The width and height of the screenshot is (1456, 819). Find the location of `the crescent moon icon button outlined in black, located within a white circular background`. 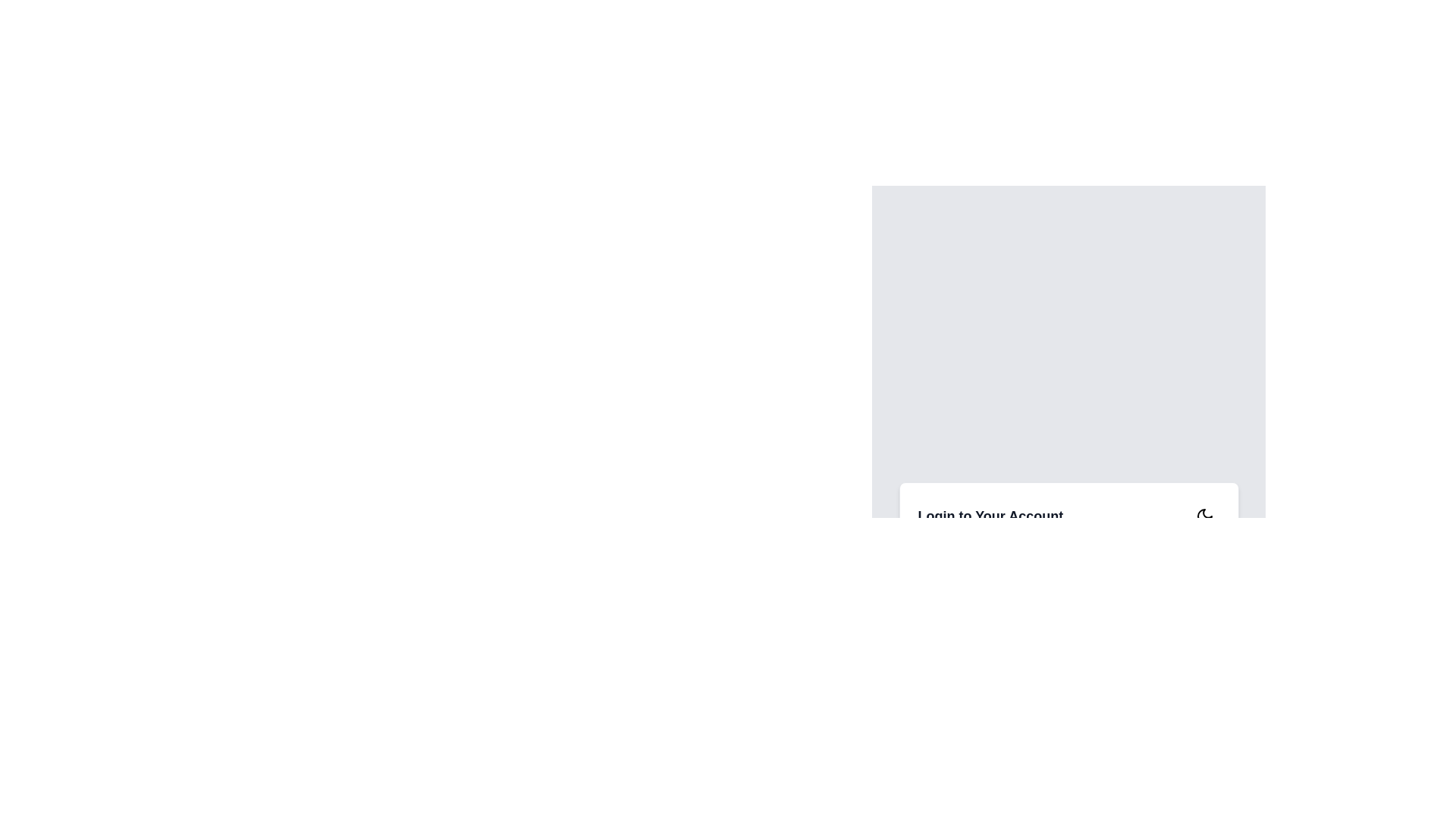

the crescent moon icon button outlined in black, located within a white circular background is located at coordinates (1203, 516).